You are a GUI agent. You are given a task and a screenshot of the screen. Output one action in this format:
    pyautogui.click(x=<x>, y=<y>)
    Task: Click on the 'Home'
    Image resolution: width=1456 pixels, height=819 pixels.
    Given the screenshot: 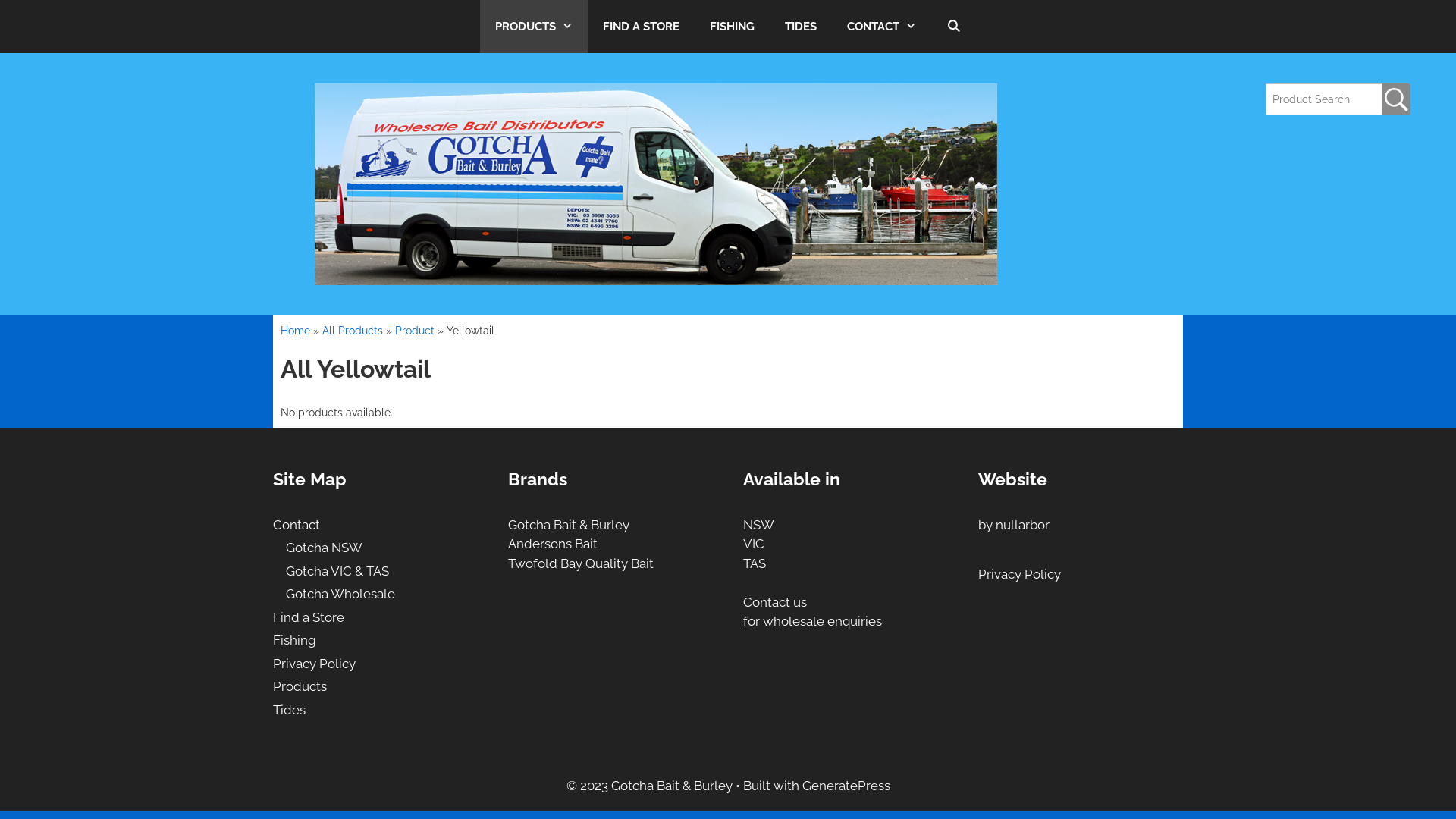 What is the action you would take?
    pyautogui.click(x=295, y=329)
    